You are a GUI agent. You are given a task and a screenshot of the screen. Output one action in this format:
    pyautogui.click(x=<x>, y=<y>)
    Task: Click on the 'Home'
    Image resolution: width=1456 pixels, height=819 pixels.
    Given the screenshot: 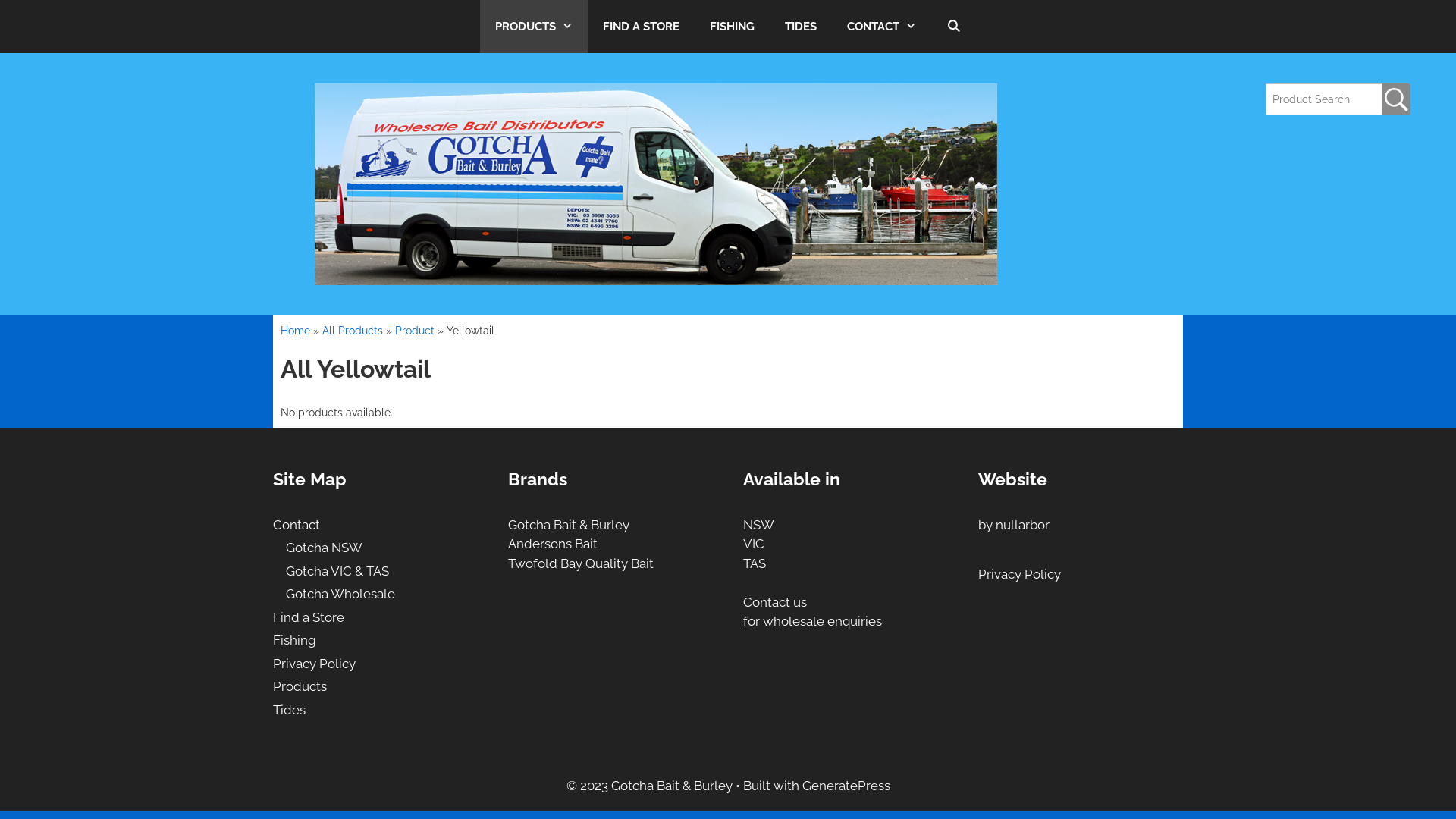 What is the action you would take?
    pyautogui.click(x=295, y=329)
    